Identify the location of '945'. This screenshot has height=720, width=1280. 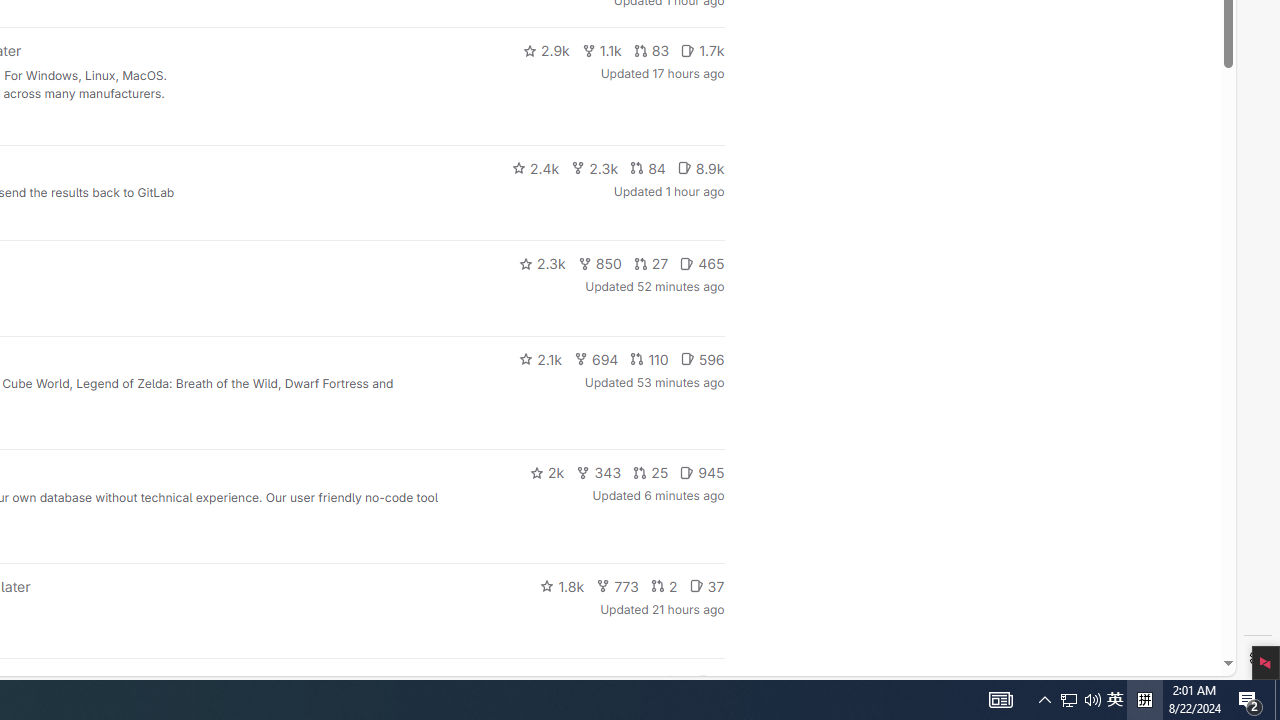
(702, 473).